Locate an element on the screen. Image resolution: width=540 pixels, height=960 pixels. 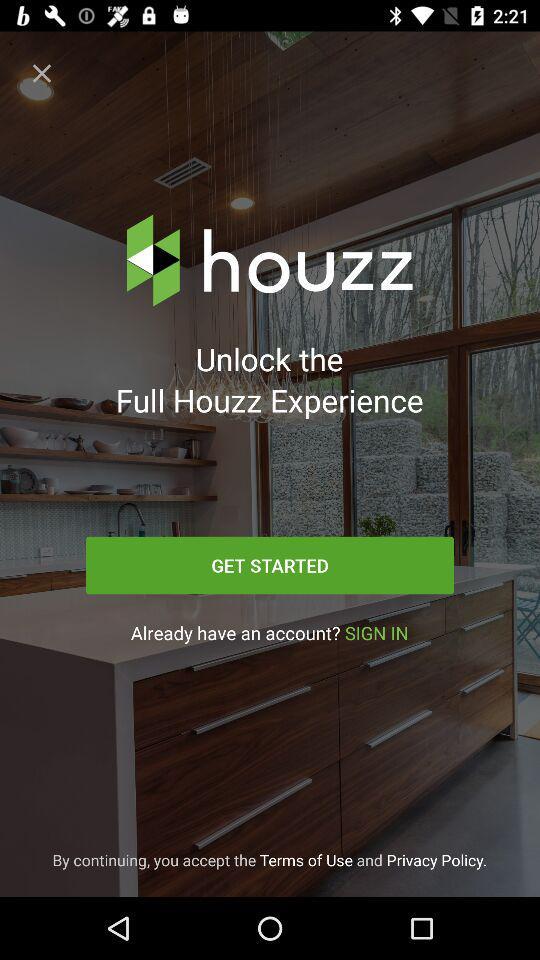
the by continuing you item is located at coordinates (269, 859).